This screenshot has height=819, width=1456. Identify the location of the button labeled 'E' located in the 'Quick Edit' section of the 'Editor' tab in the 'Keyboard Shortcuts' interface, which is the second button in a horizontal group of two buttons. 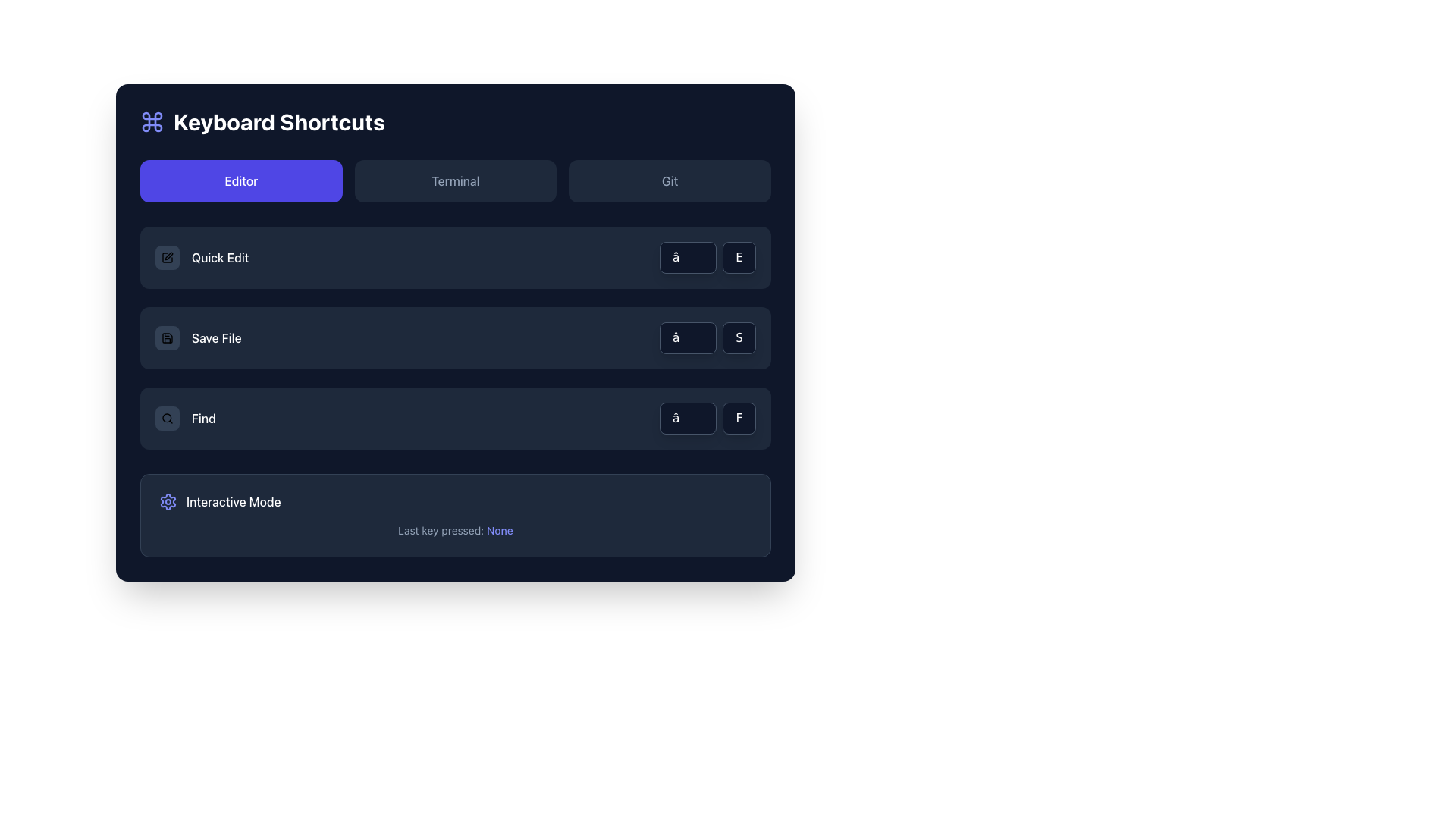
(739, 256).